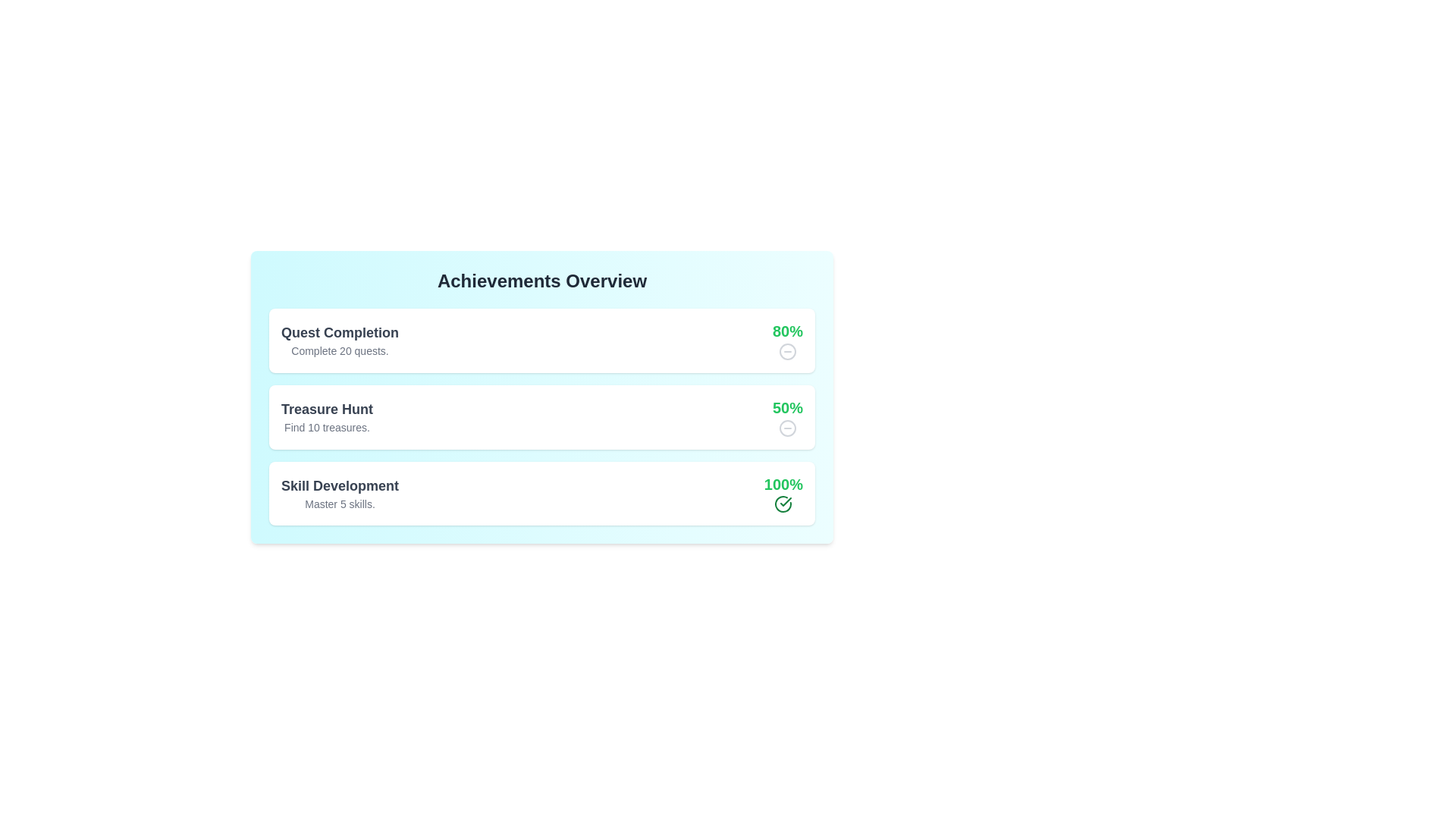  What do you see at coordinates (339, 485) in the screenshot?
I see `the 'Skill Development' heading in the third card of the 'Achievements Overview' section, which is displayed in bold dark gray text above the subtext 'Master 5 skills'` at bounding box center [339, 485].